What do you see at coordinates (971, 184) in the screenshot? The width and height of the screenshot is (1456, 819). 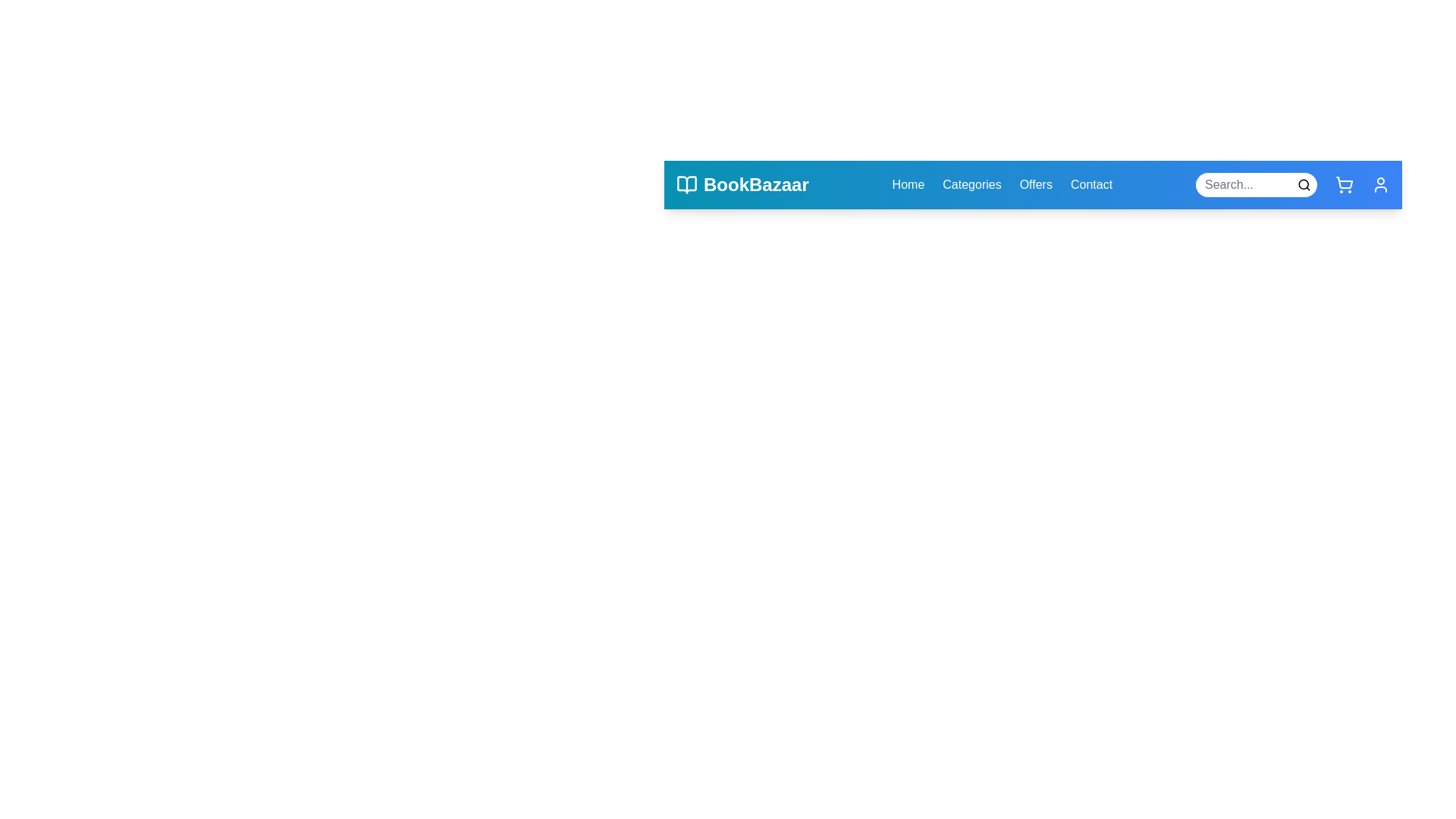 I see `the Categories navigation link` at bounding box center [971, 184].